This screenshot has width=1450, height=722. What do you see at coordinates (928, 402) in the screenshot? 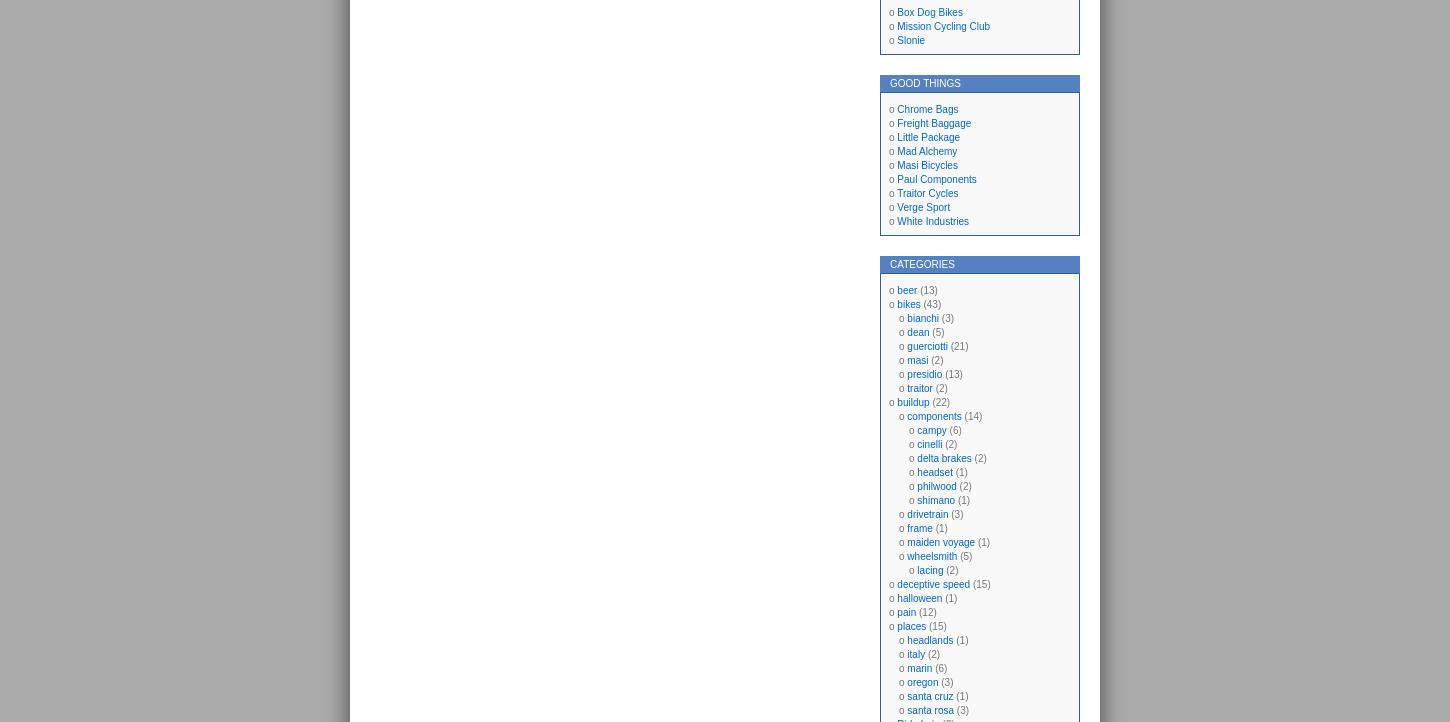
I see `'(22)'` at bounding box center [928, 402].